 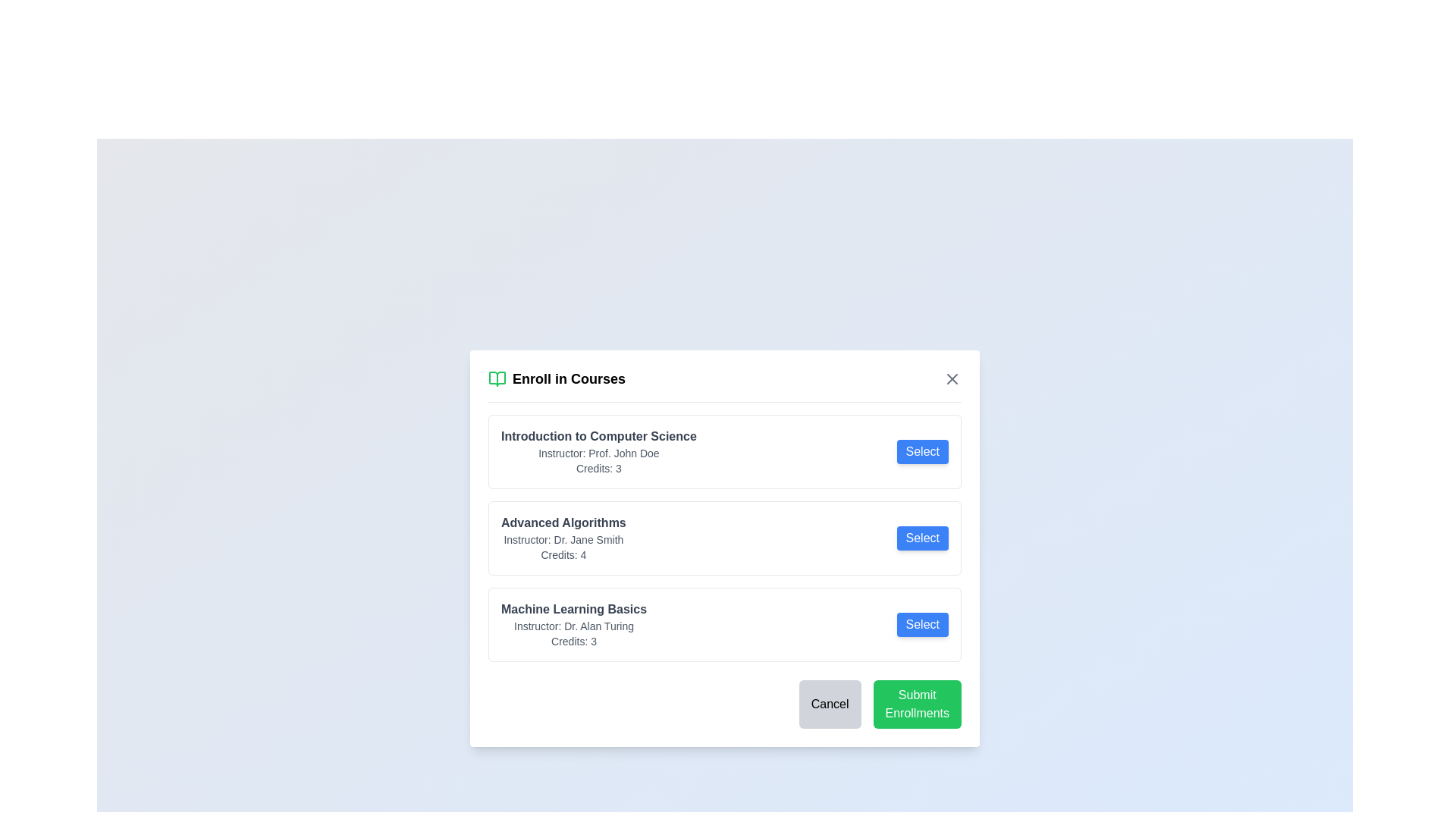 I want to click on the text label displaying 'Credits: 3', which is positioned below 'Instructor: Dr. Alan Turing' in the course details modal, so click(x=573, y=641).